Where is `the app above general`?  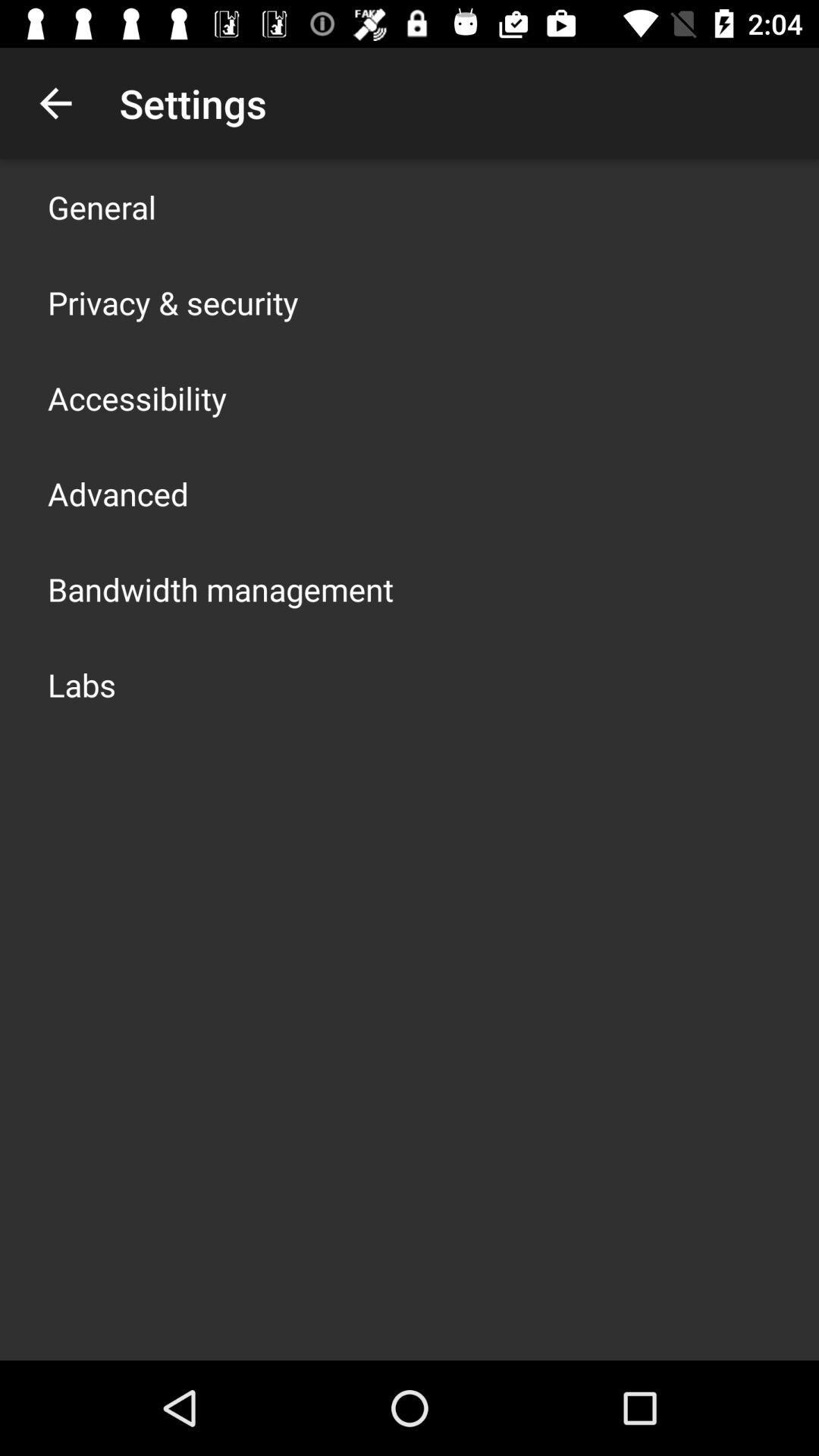 the app above general is located at coordinates (55, 102).